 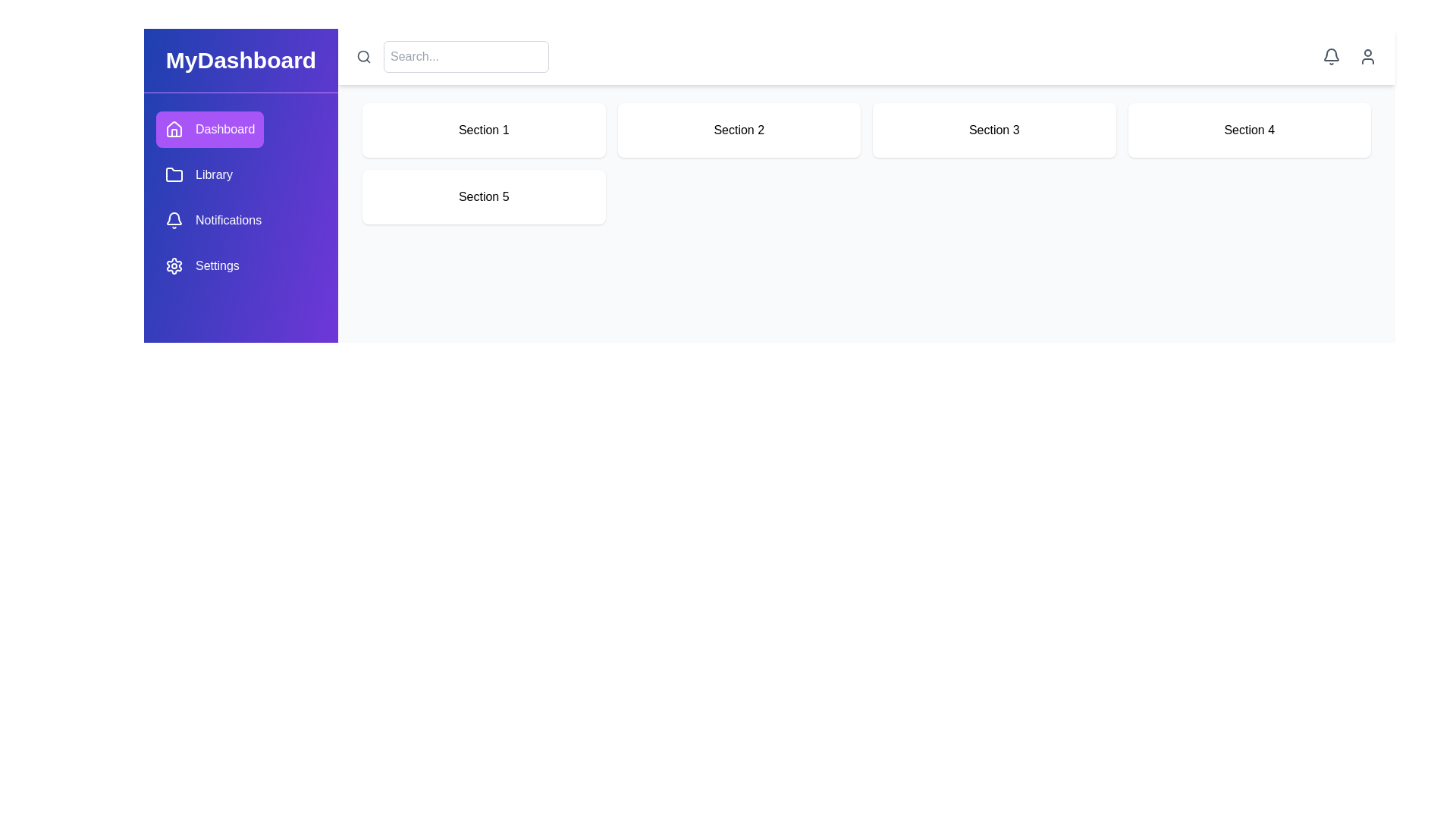 I want to click on the 'Library' navigation button located in the second position of the vertical navigation bar, so click(x=198, y=174).